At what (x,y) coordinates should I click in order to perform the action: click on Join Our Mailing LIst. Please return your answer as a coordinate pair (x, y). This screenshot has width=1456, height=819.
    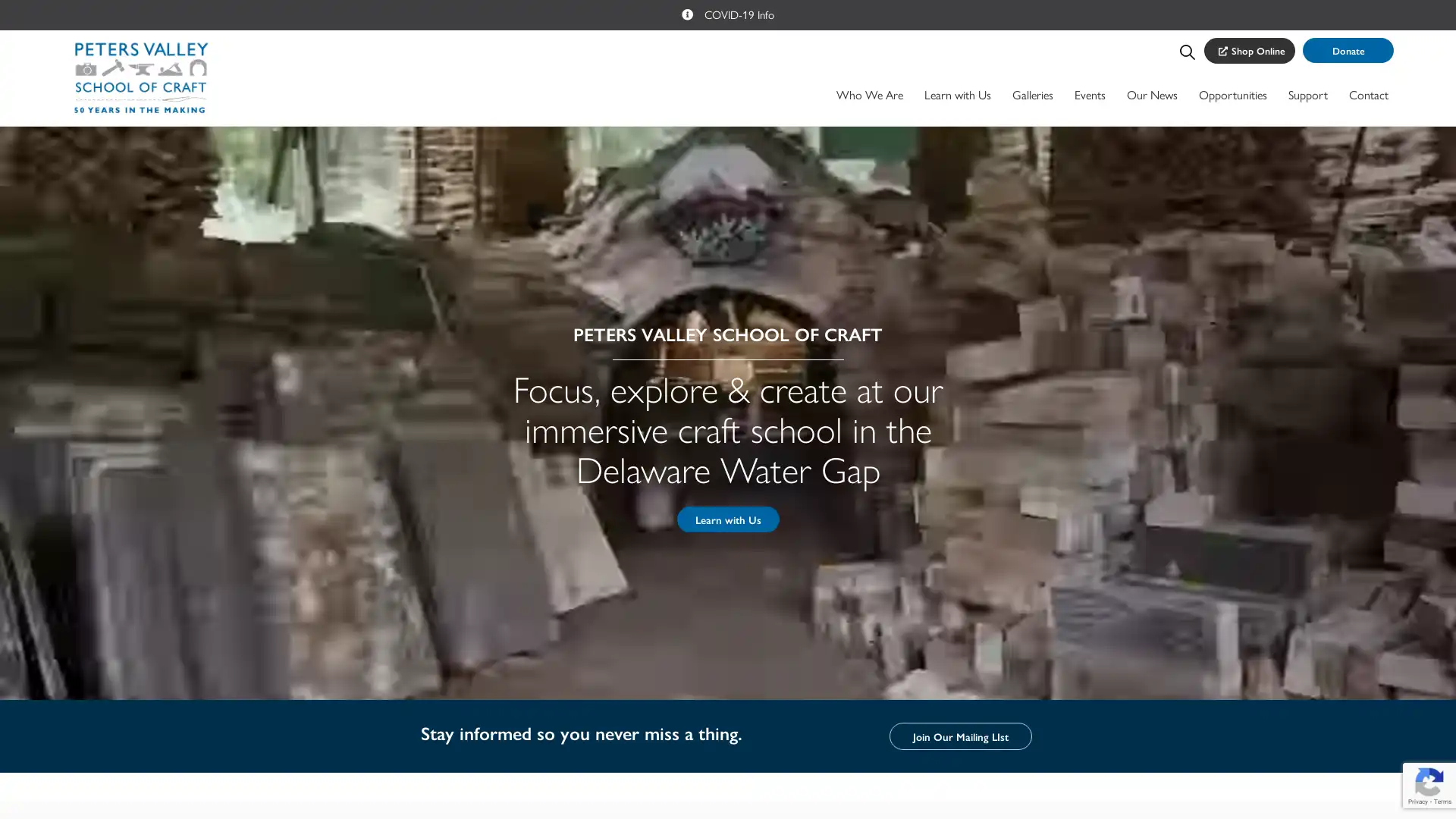
    Looking at the image, I should click on (959, 734).